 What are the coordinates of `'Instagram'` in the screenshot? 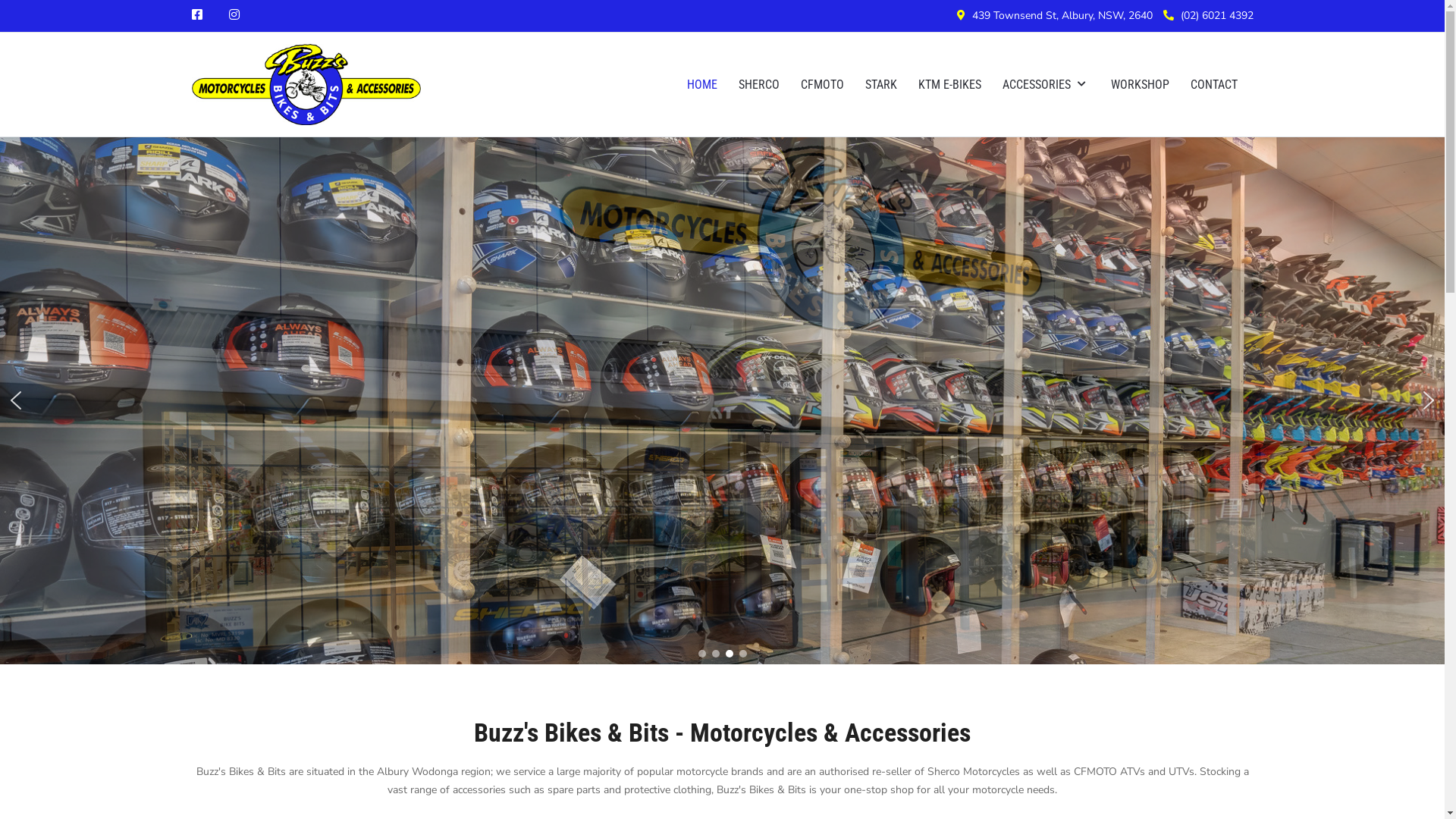 It's located at (233, 14).